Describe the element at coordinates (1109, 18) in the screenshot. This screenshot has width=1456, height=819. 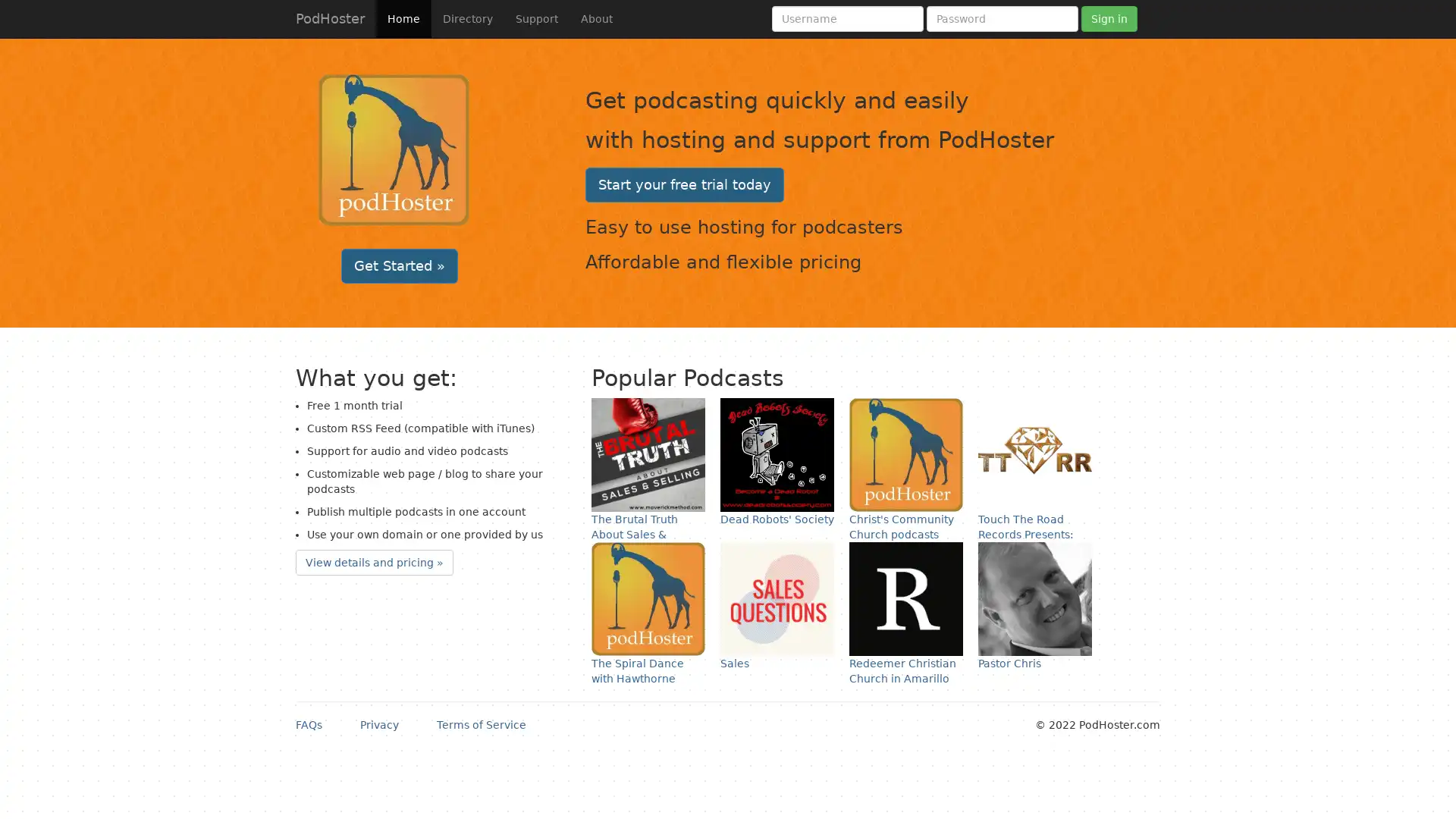
I see `Sign in` at that location.